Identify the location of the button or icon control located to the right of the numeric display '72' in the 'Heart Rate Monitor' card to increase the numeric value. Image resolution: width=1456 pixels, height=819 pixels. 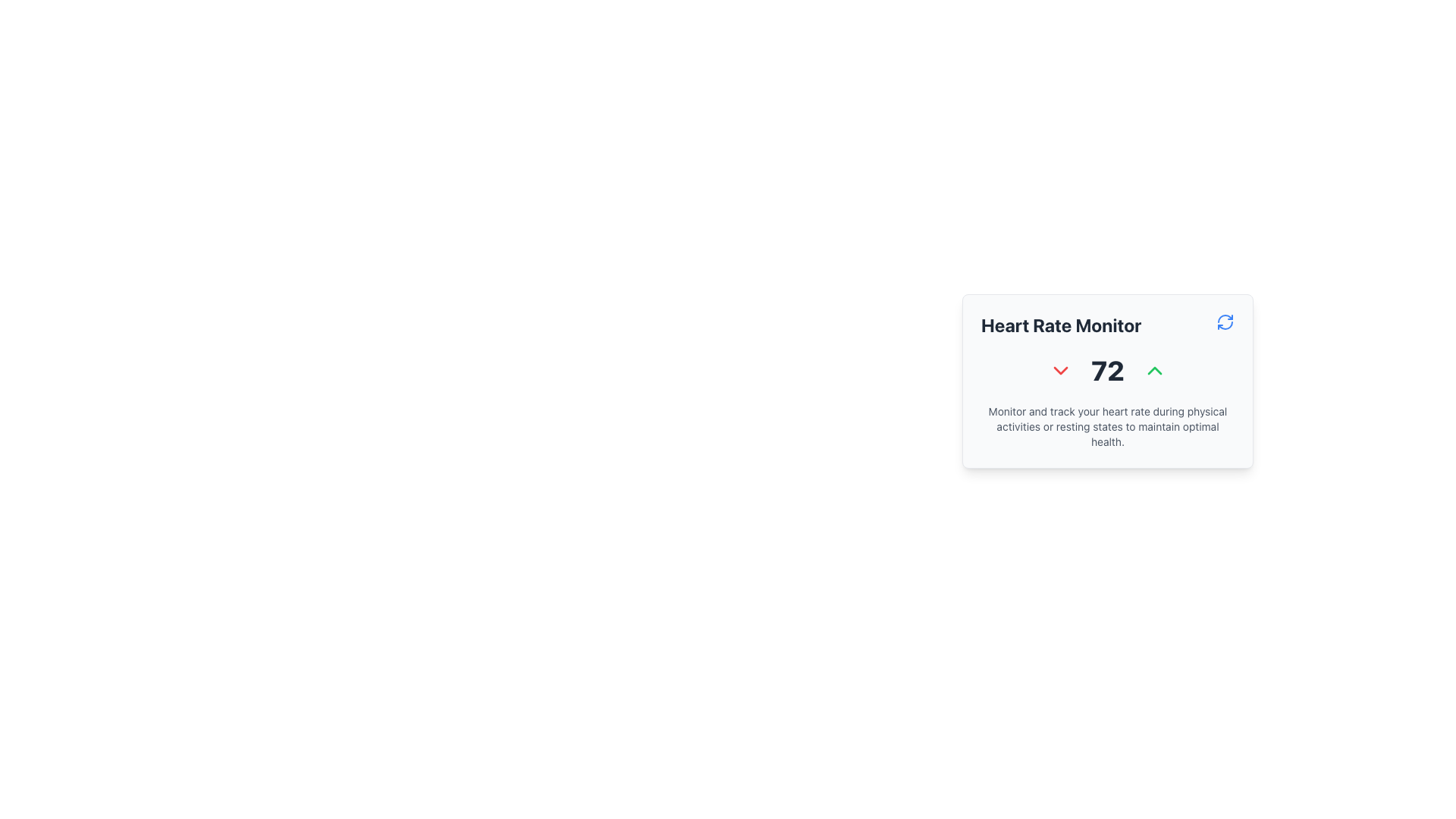
(1153, 371).